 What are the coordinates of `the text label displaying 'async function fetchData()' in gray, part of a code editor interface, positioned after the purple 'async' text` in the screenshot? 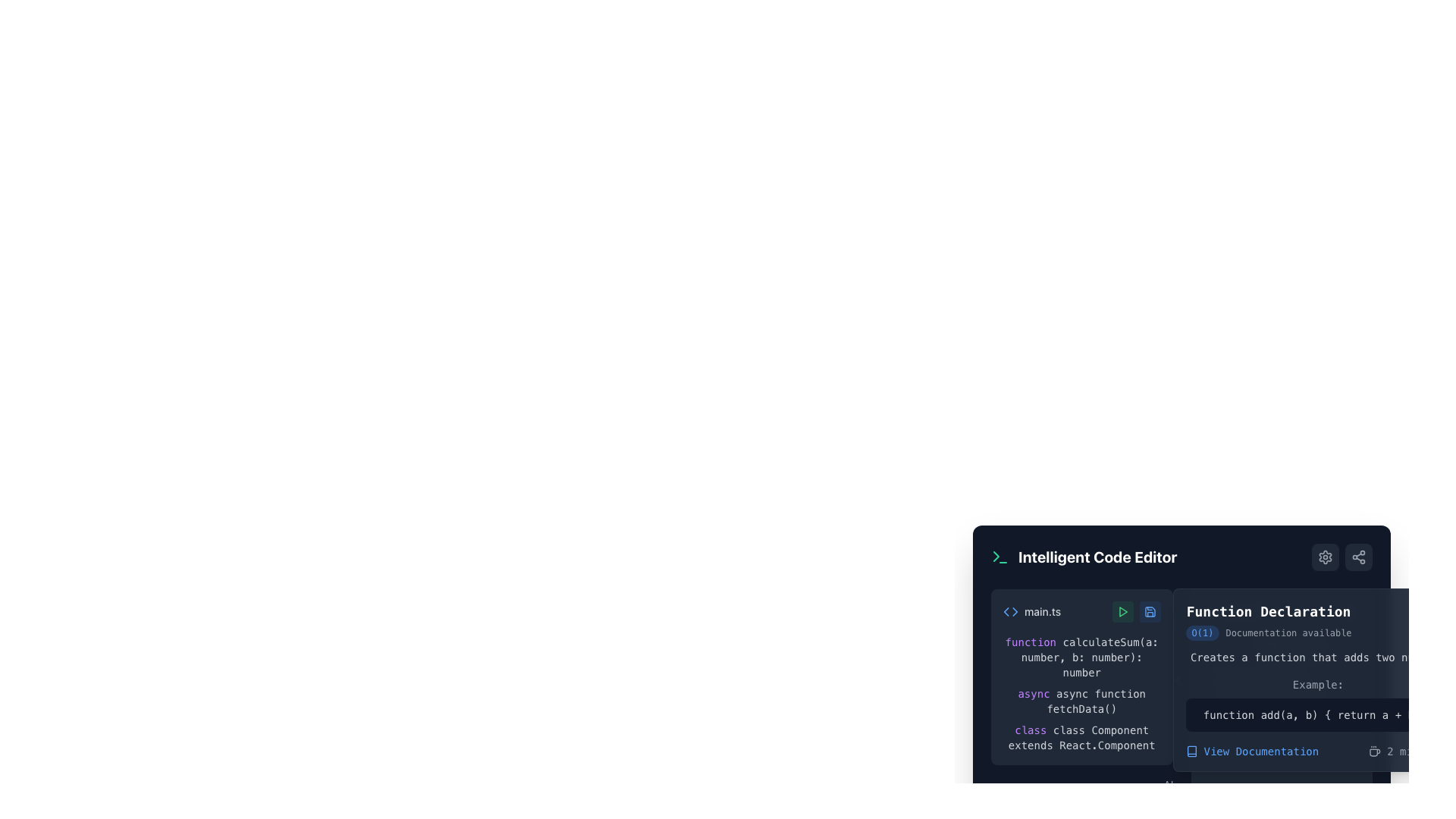 It's located at (1096, 701).